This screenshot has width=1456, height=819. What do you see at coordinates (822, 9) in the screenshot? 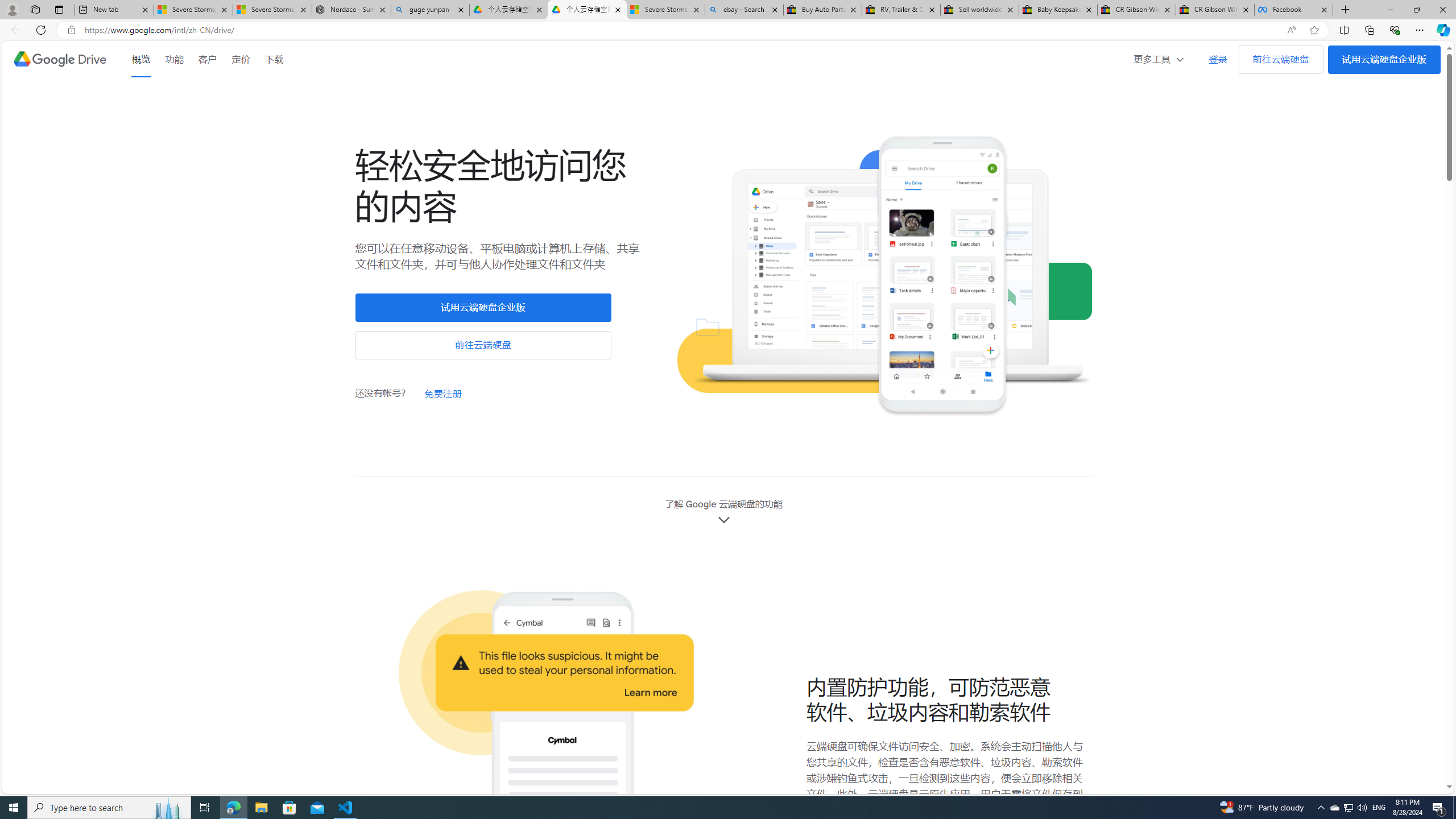
I see `'Buy Auto Parts & Accessories | eBay'` at bounding box center [822, 9].